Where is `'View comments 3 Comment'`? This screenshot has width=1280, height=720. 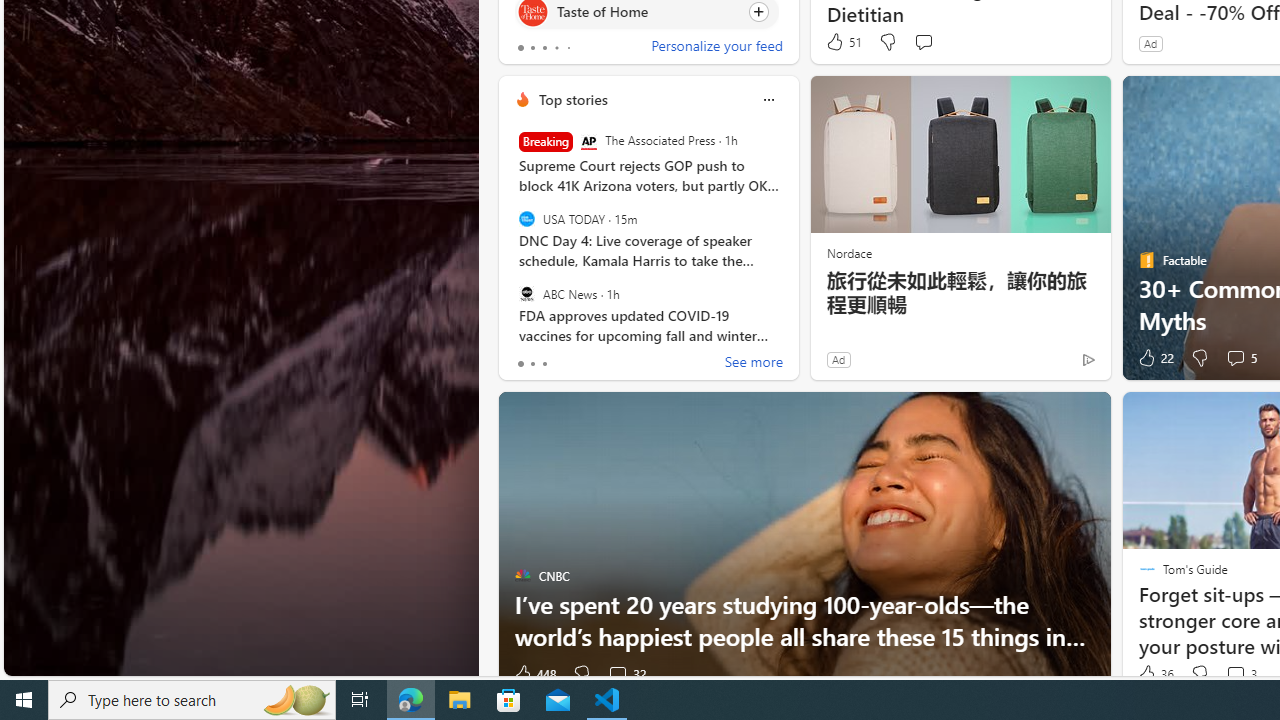
'View comments 3 Comment' is located at coordinates (1239, 674).